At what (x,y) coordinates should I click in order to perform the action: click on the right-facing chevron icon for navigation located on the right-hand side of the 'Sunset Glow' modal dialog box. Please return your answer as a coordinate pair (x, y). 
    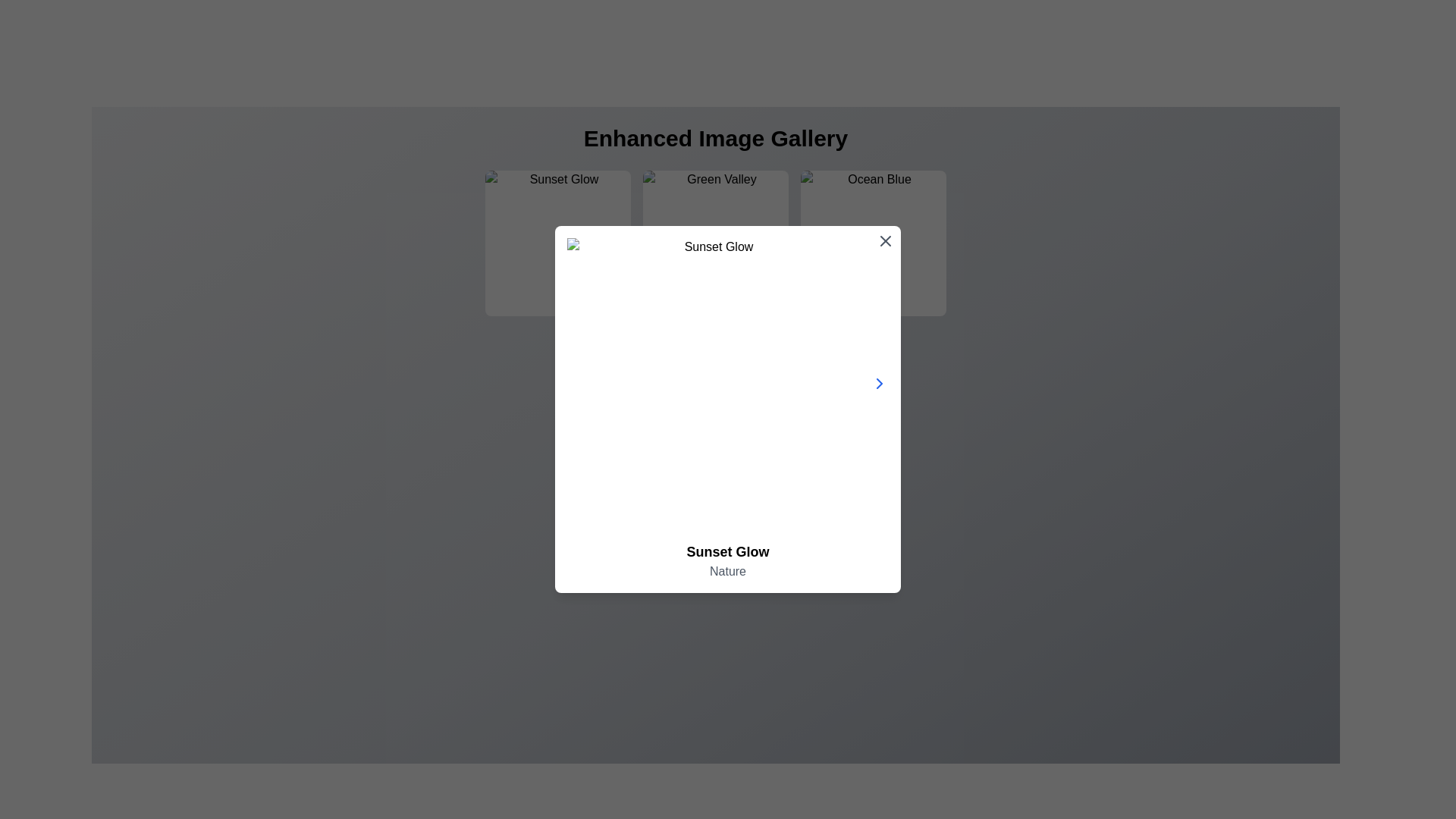
    Looking at the image, I should click on (880, 382).